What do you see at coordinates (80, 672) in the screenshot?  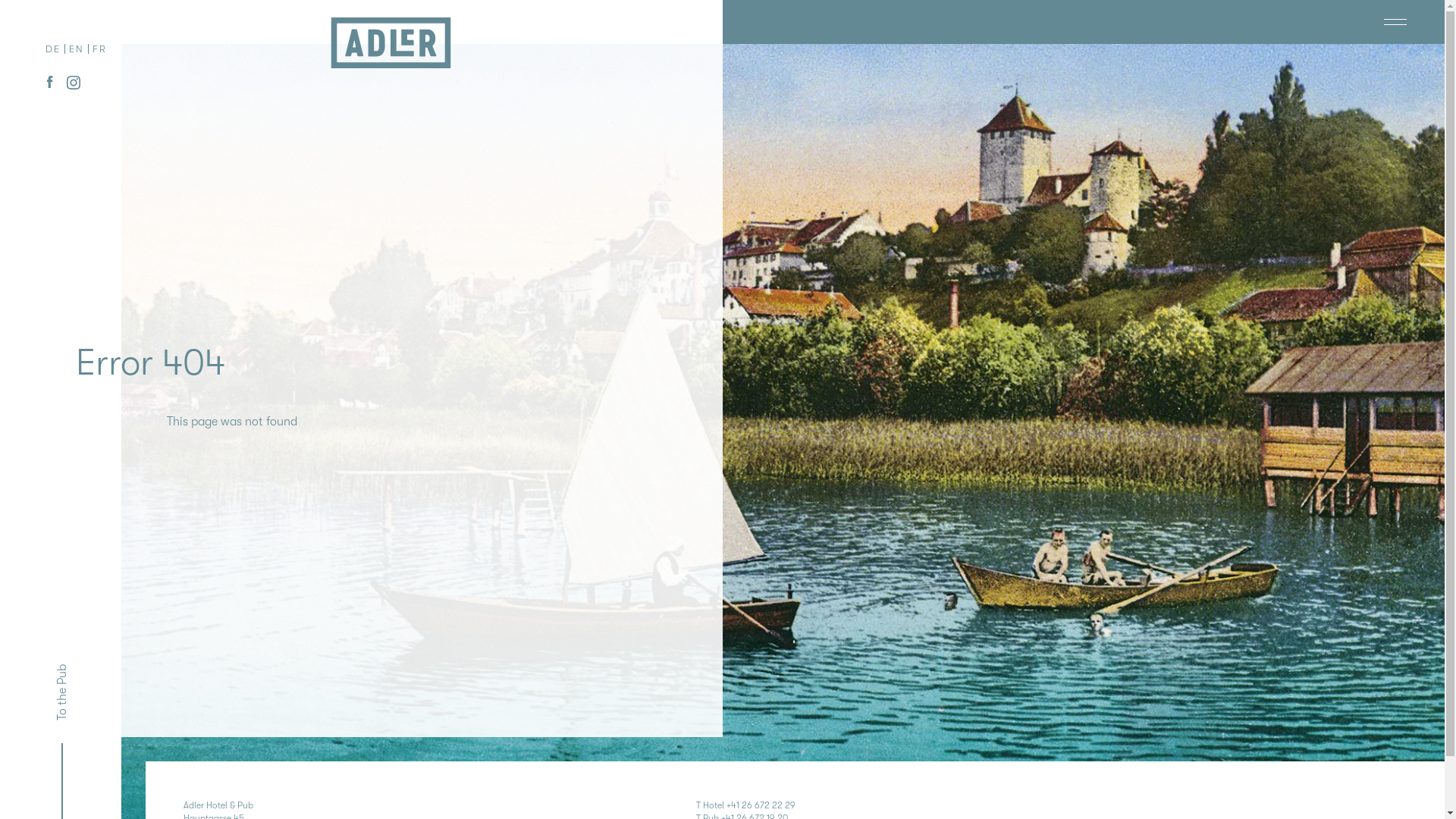 I see `'To the Pub'` at bounding box center [80, 672].